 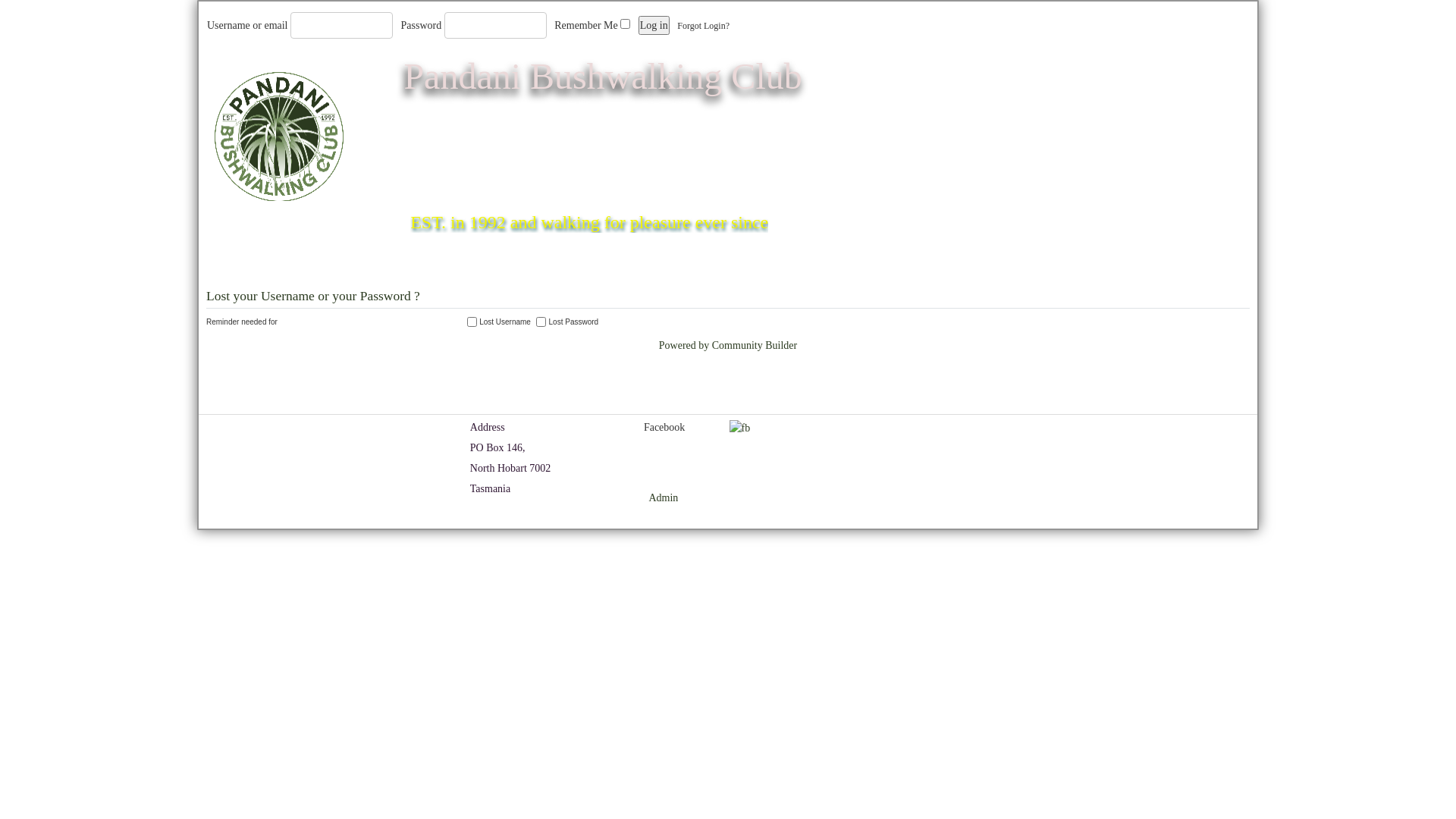 I want to click on 'Admin', so click(x=663, y=497).